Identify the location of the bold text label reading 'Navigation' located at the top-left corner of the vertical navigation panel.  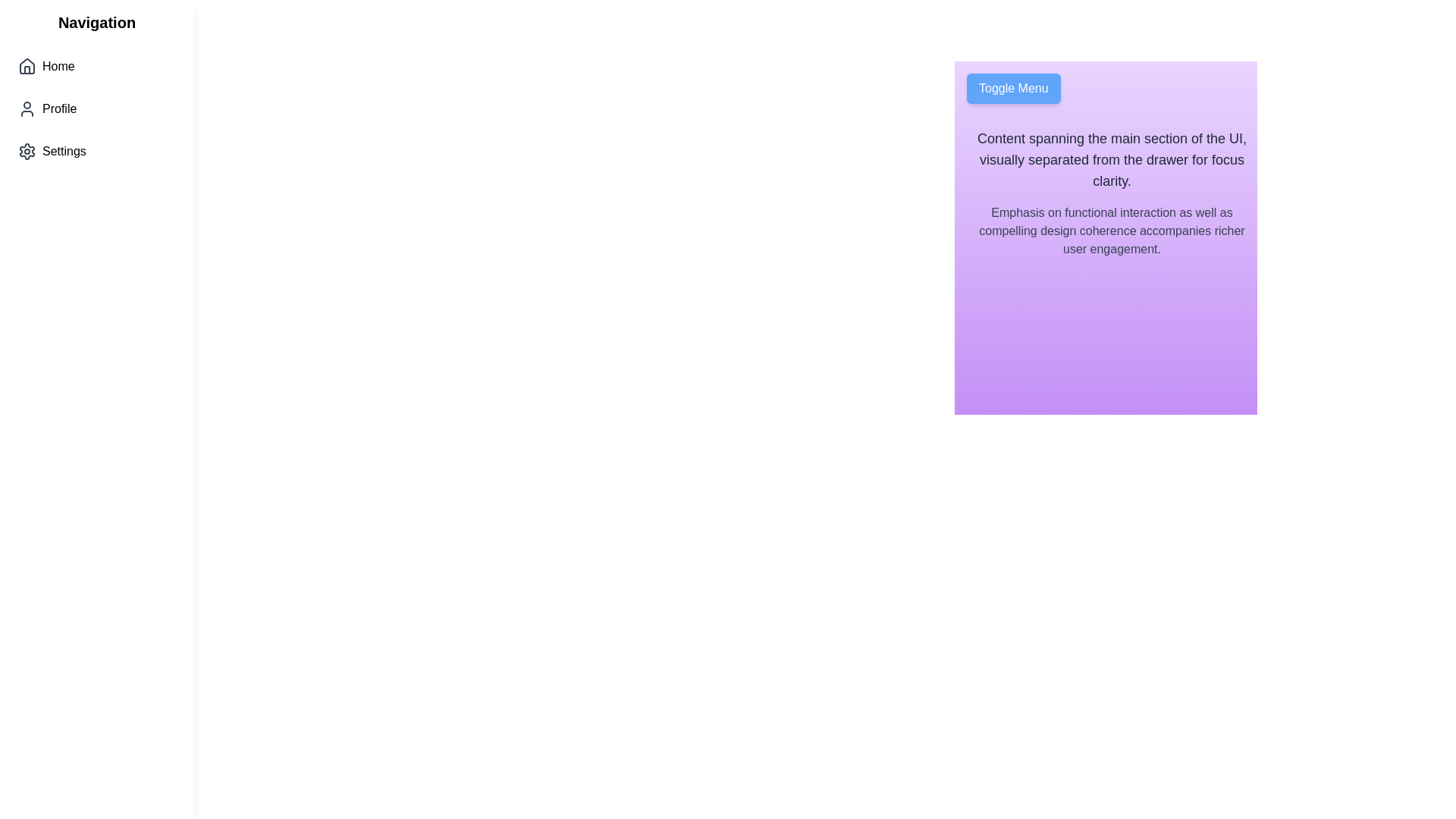
(96, 23).